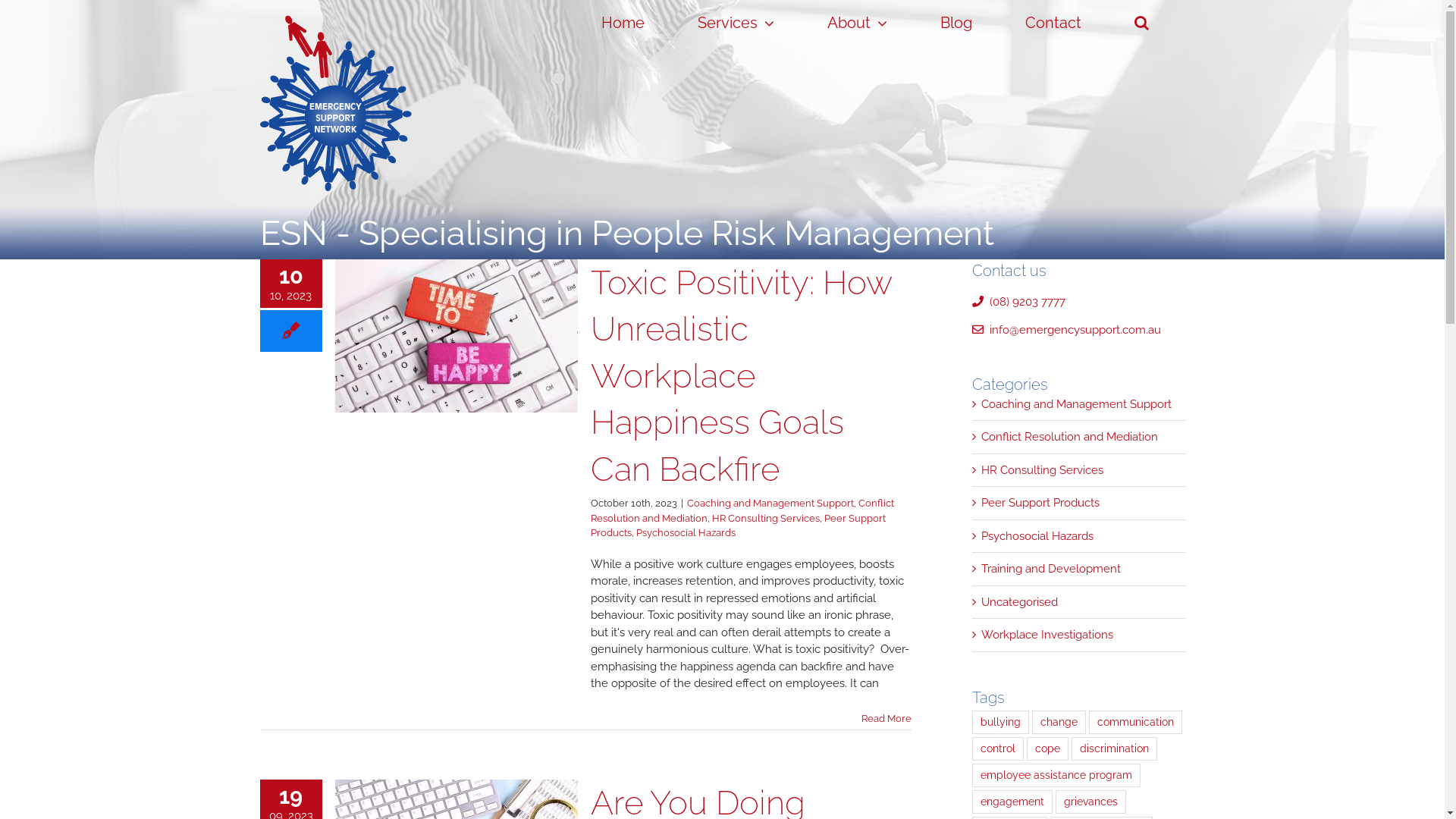 The width and height of the screenshot is (1456, 819). What do you see at coordinates (1142, 23) in the screenshot?
I see `'Search'` at bounding box center [1142, 23].